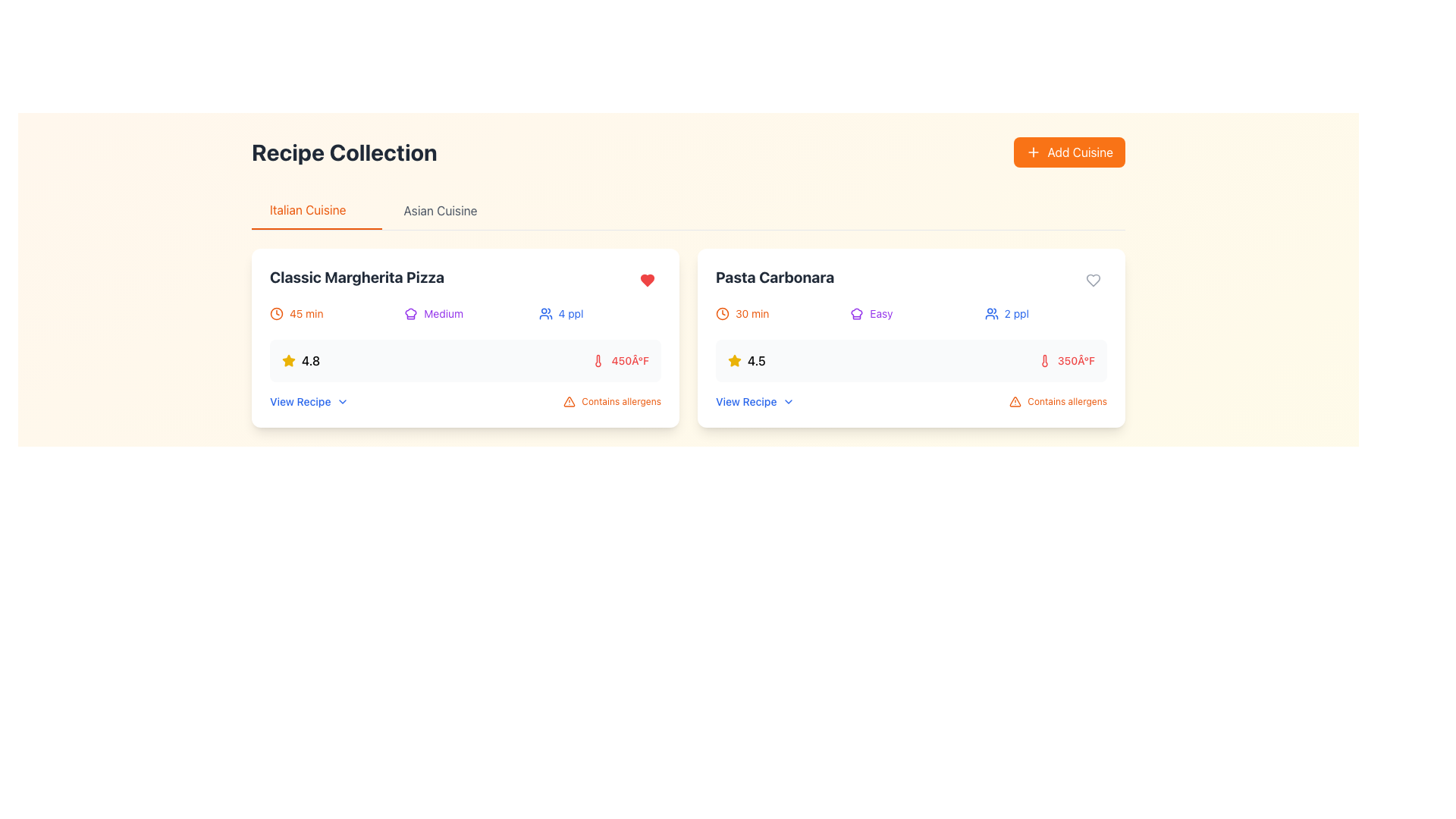 The height and width of the screenshot is (819, 1456). What do you see at coordinates (449, 210) in the screenshot?
I see `the 'Asian Cuisine' text link in the navigation row` at bounding box center [449, 210].